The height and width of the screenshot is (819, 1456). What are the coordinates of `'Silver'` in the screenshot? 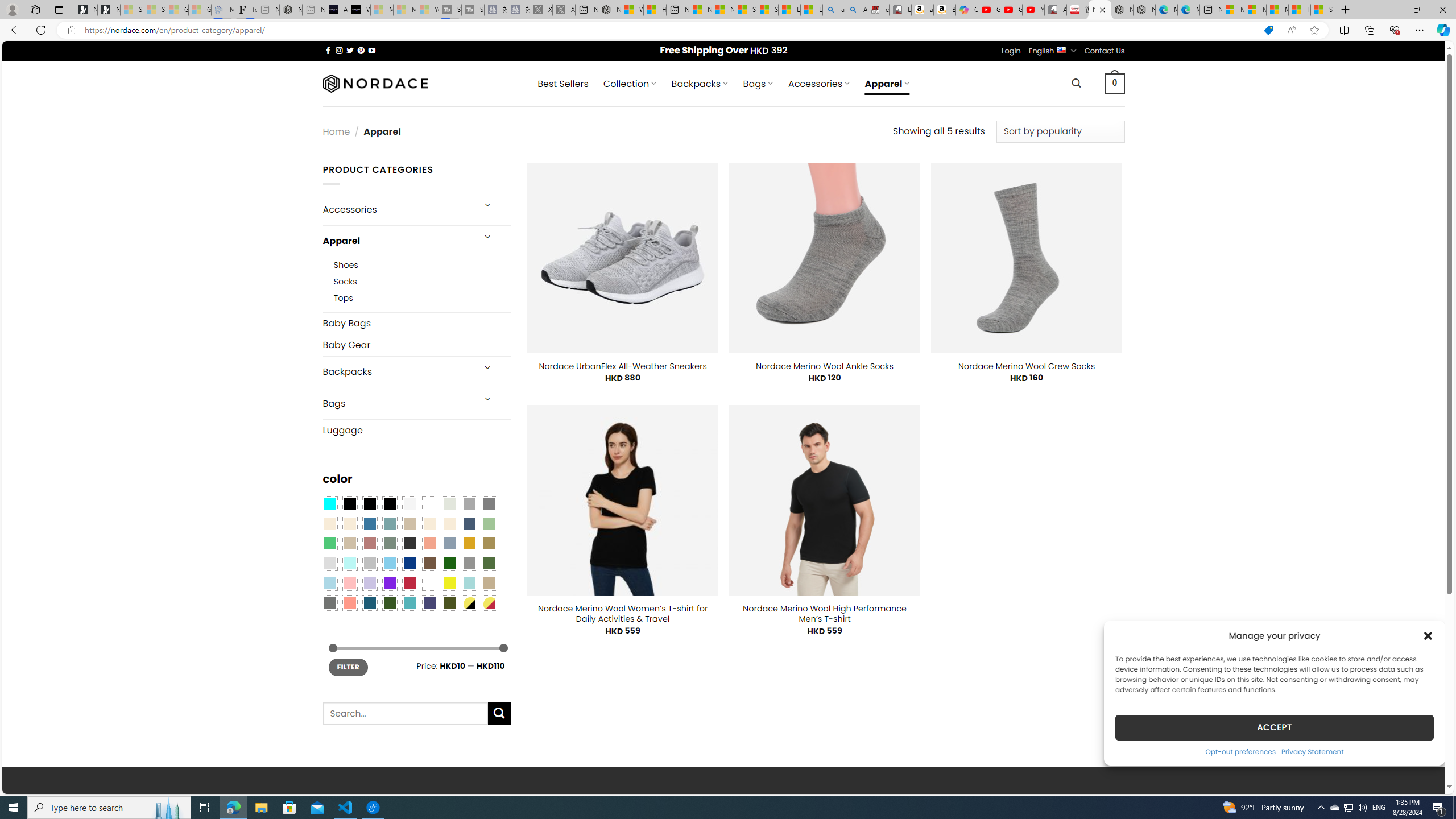 It's located at (369, 562).